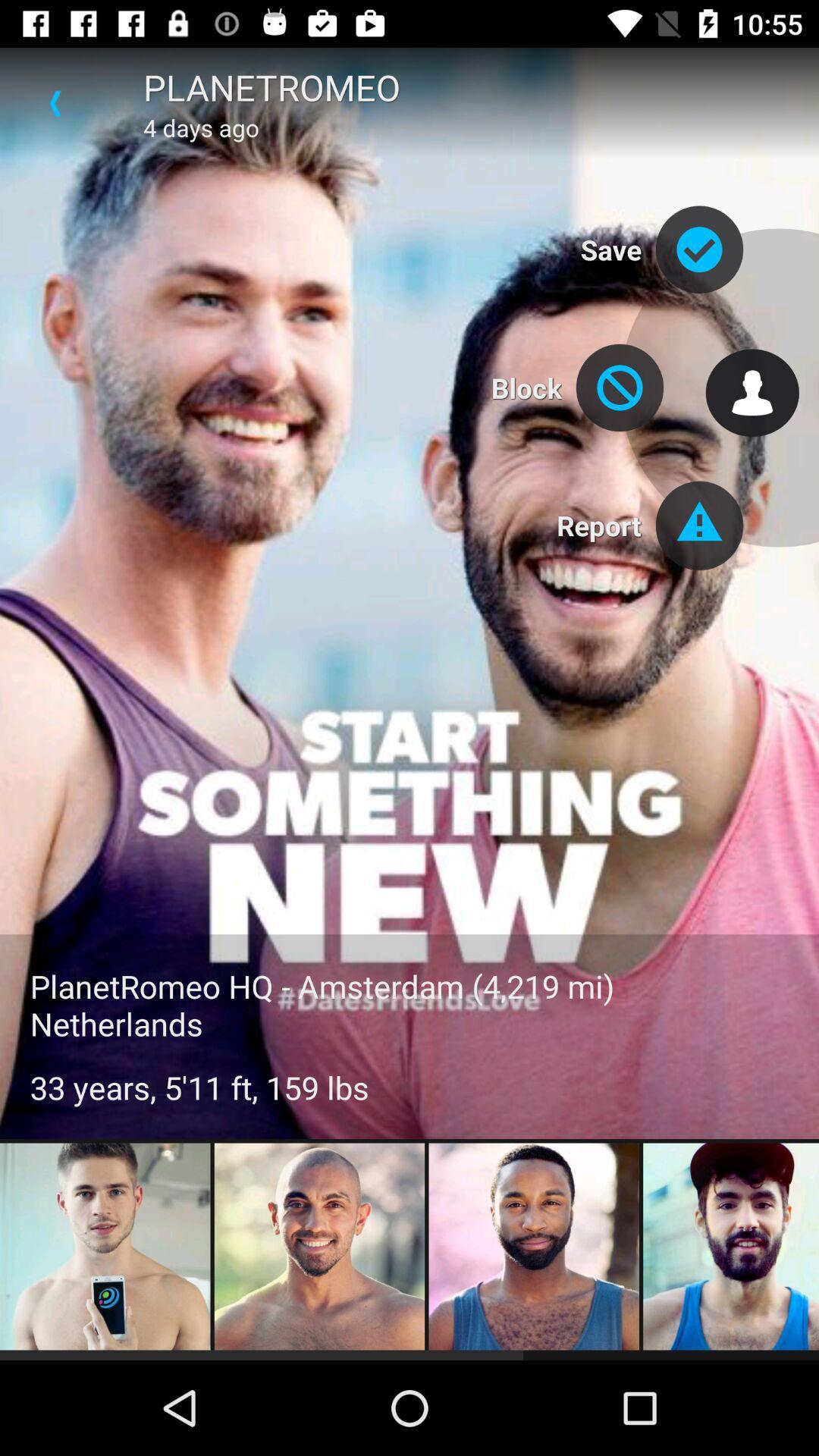 This screenshot has height=1456, width=819. What do you see at coordinates (55, 102) in the screenshot?
I see `the item next to the planetromeo` at bounding box center [55, 102].